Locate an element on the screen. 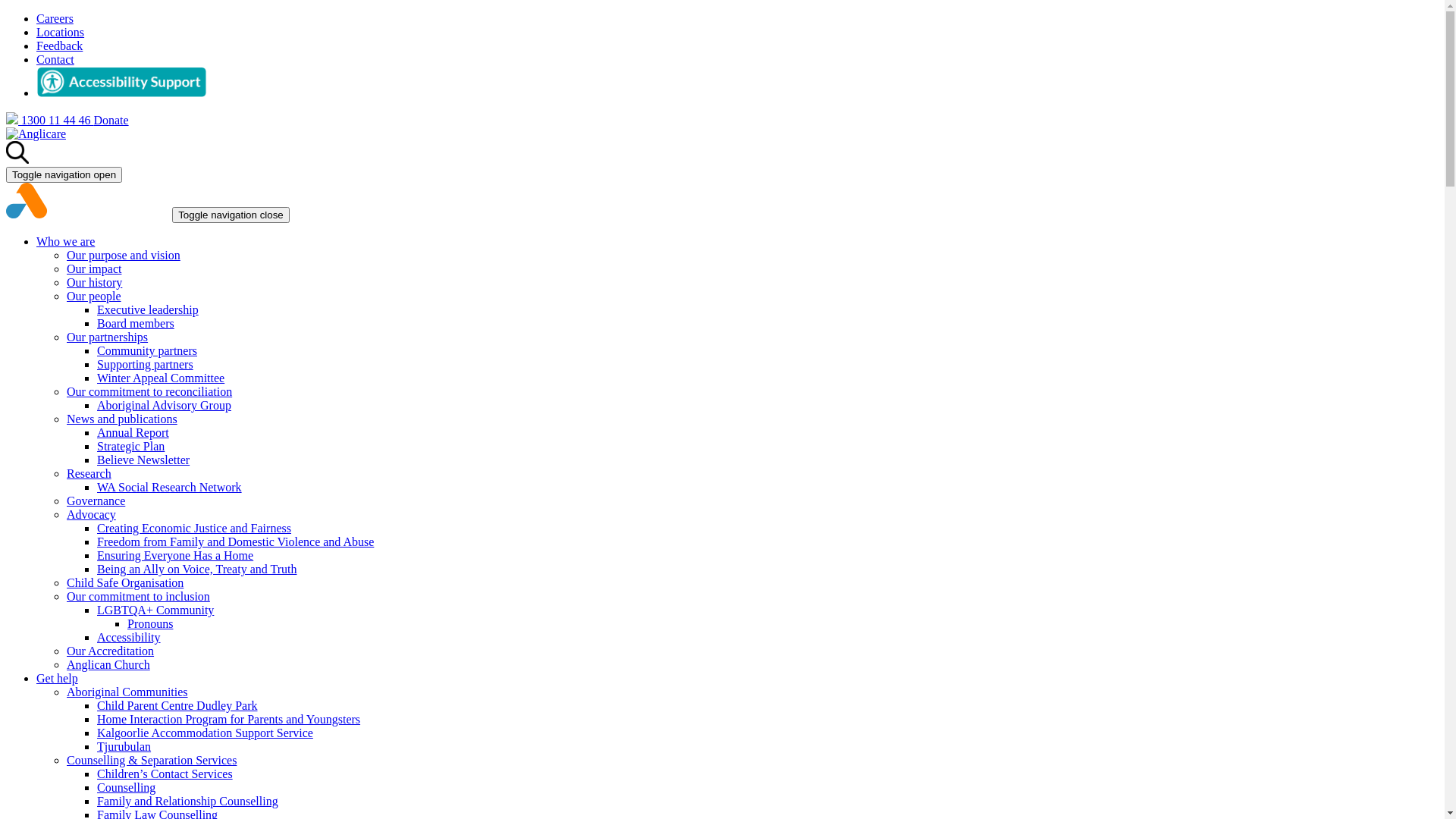 Image resolution: width=1456 pixels, height=819 pixels. 'Who we are' is located at coordinates (64, 240).